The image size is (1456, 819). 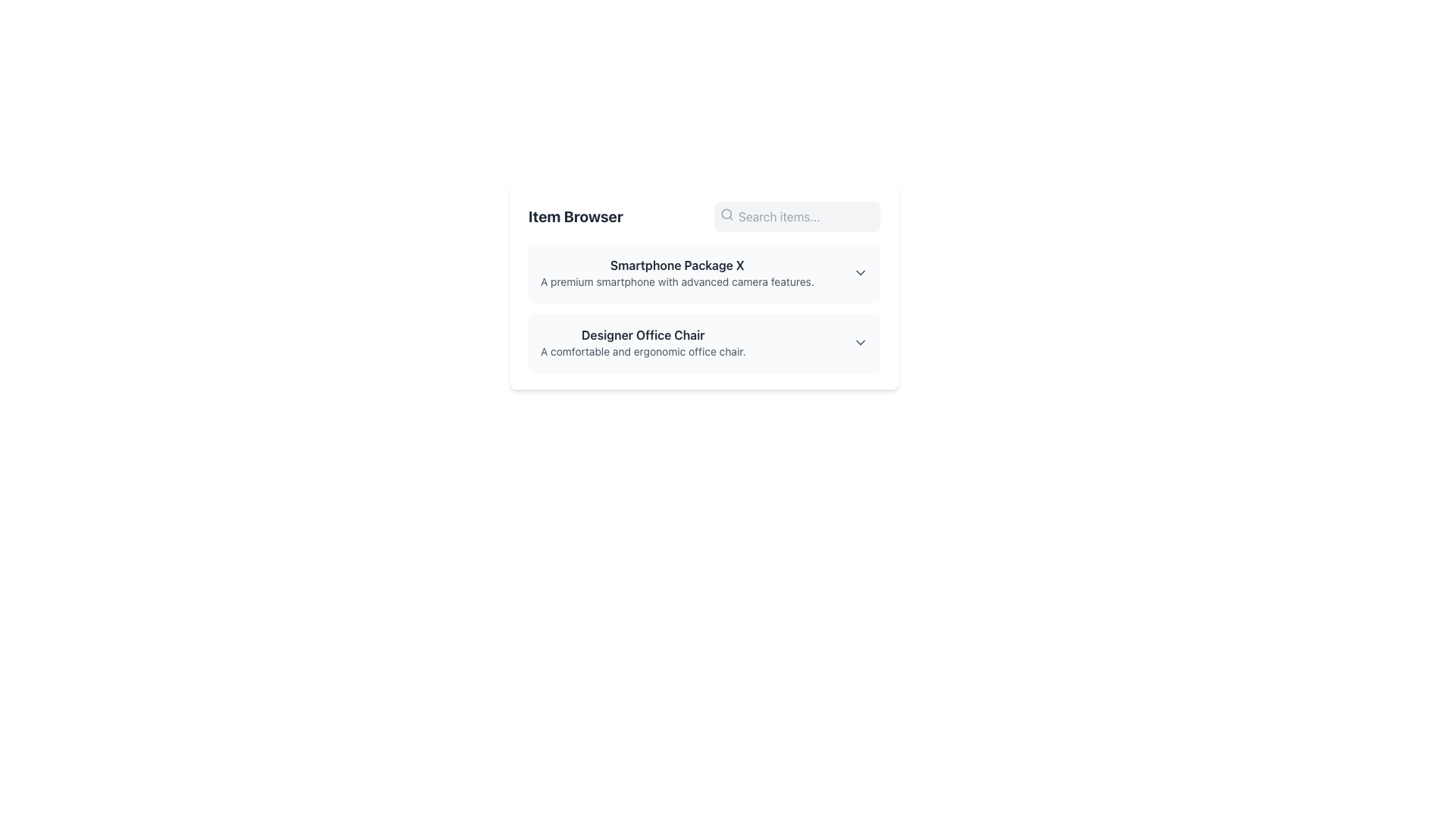 I want to click on title and description of the 'Designer Office Chair' text block, which is the second item in the vertical list under the header 'Item Browser', positioned below 'Smartphone Package X', so click(x=643, y=342).